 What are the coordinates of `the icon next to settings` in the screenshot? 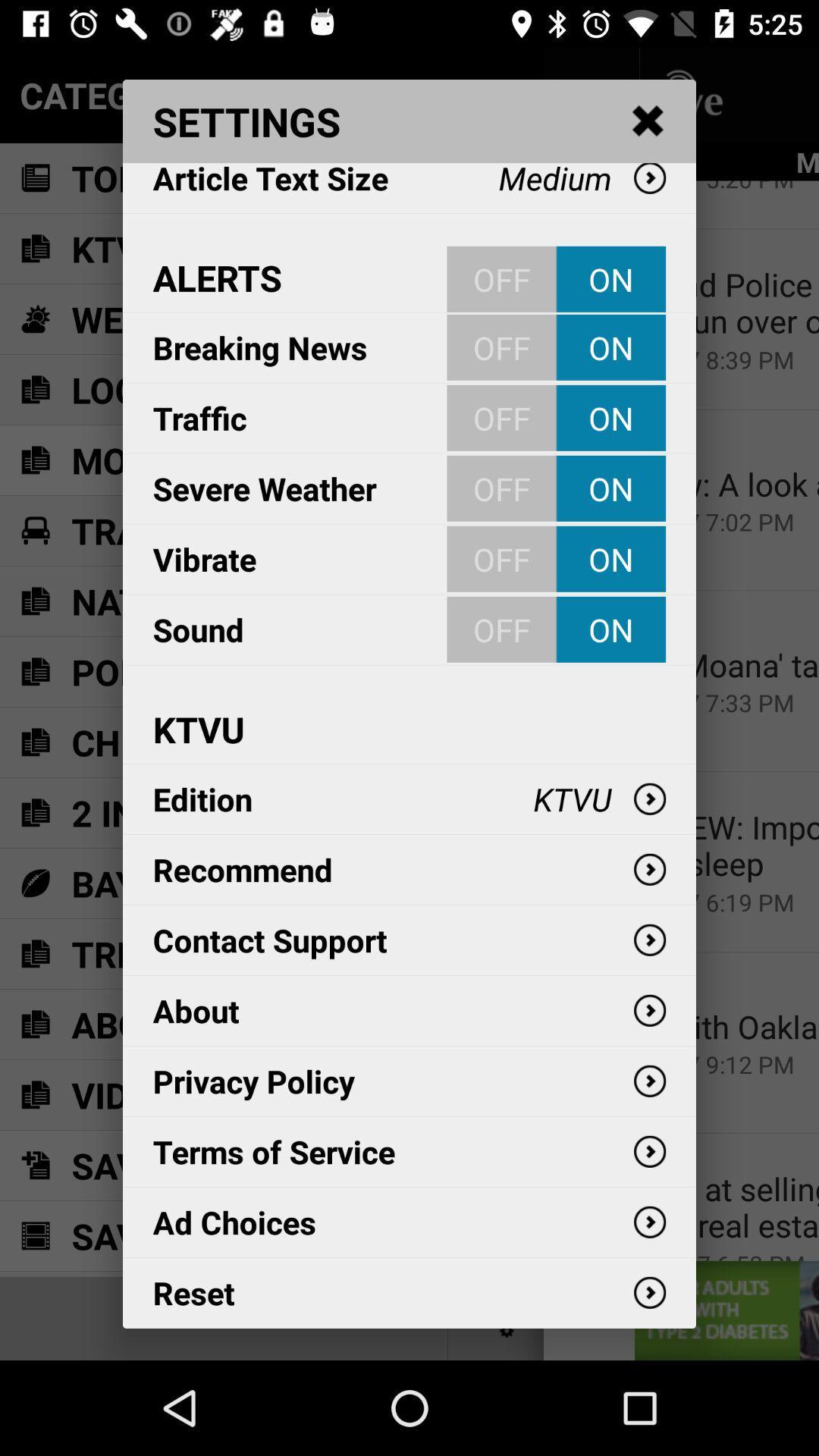 It's located at (648, 121).